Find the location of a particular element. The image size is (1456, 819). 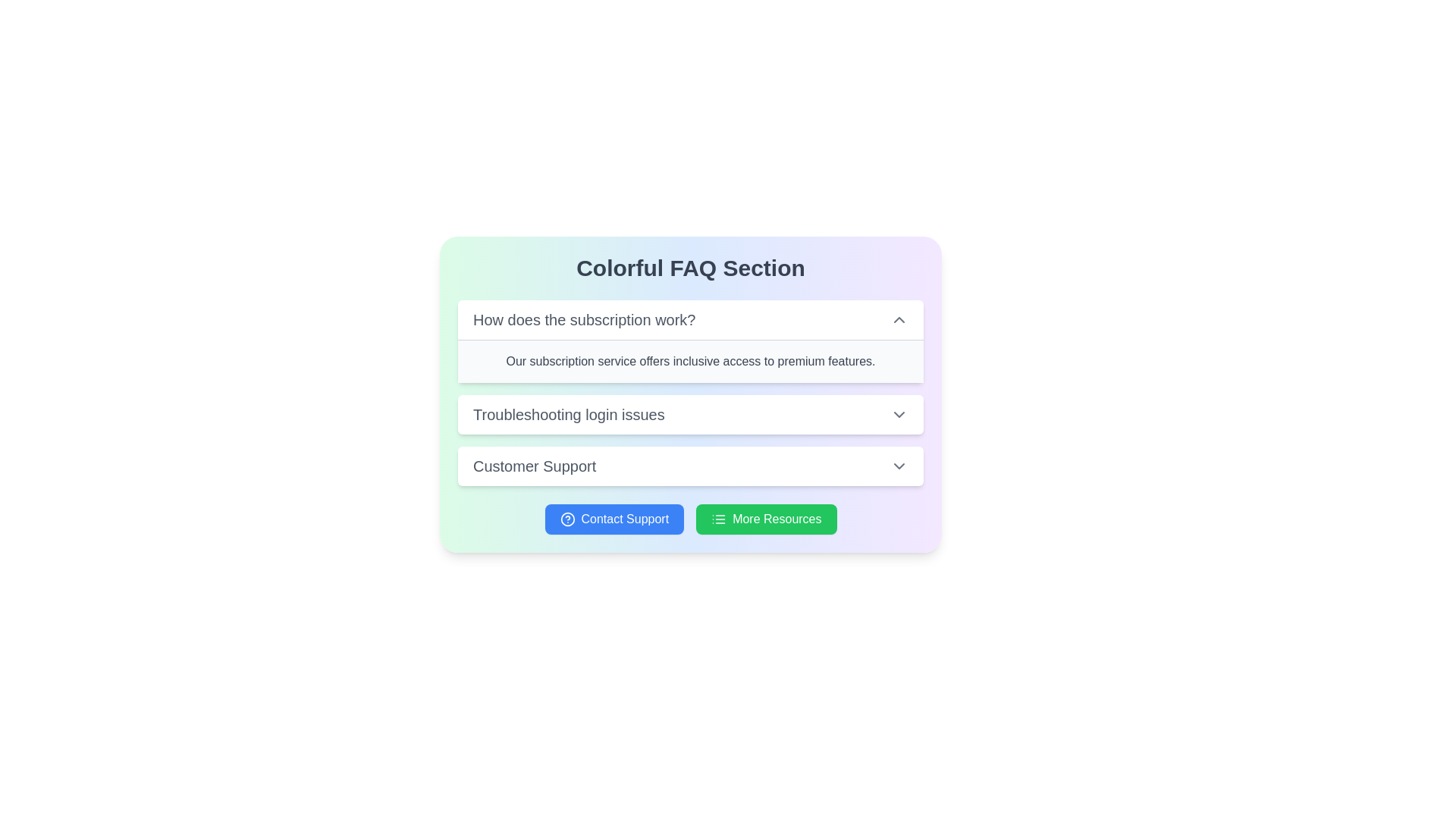

the collapsible items in the FAQ section that has a gradient background from green to purple, located centrally on the page is located at coordinates (690, 391).